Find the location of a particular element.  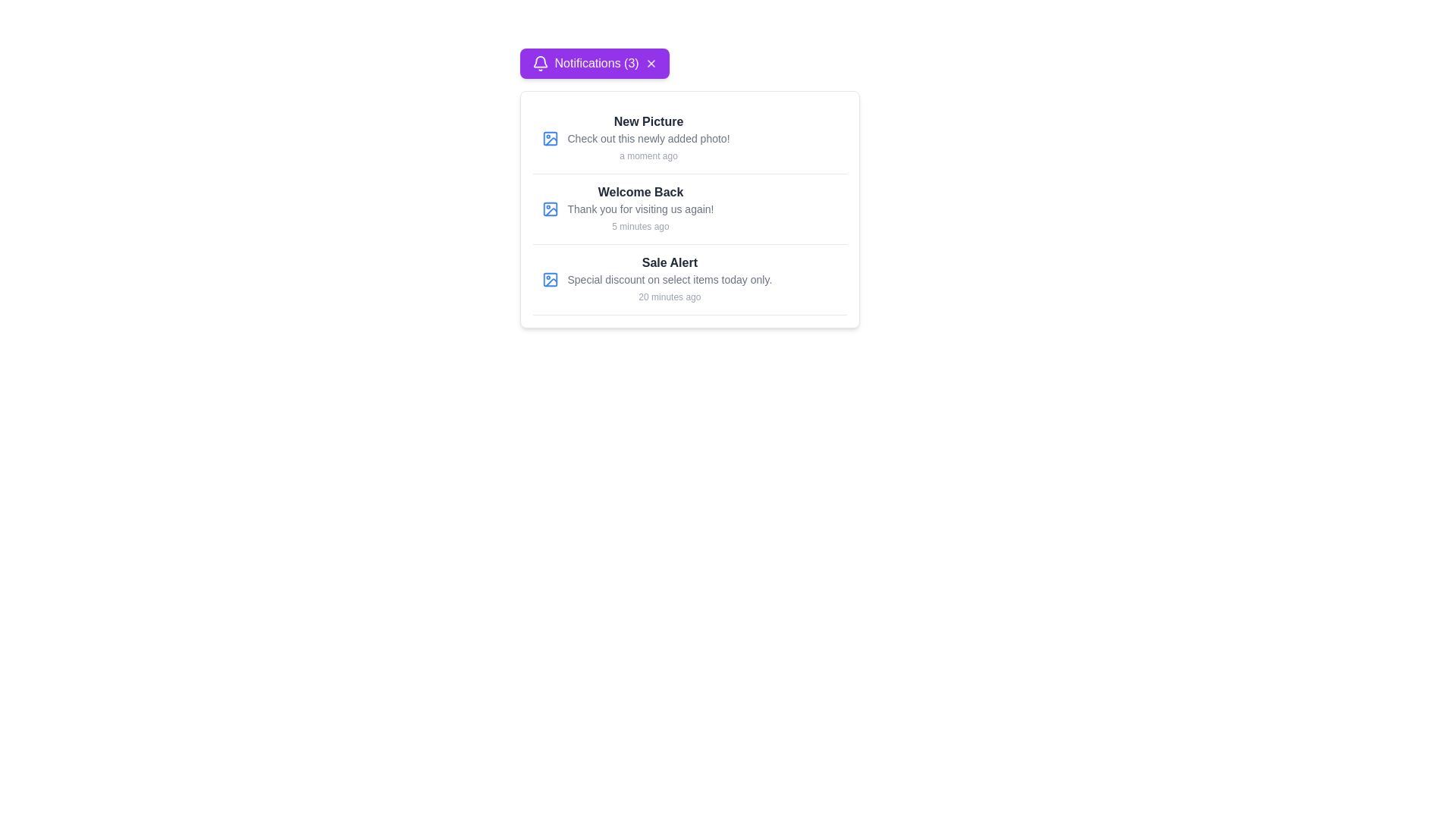

the bell-shaped notification icon located in the top-left section of the notification widget interface, next to the 'Notifications (3)' text is located at coordinates (540, 61).